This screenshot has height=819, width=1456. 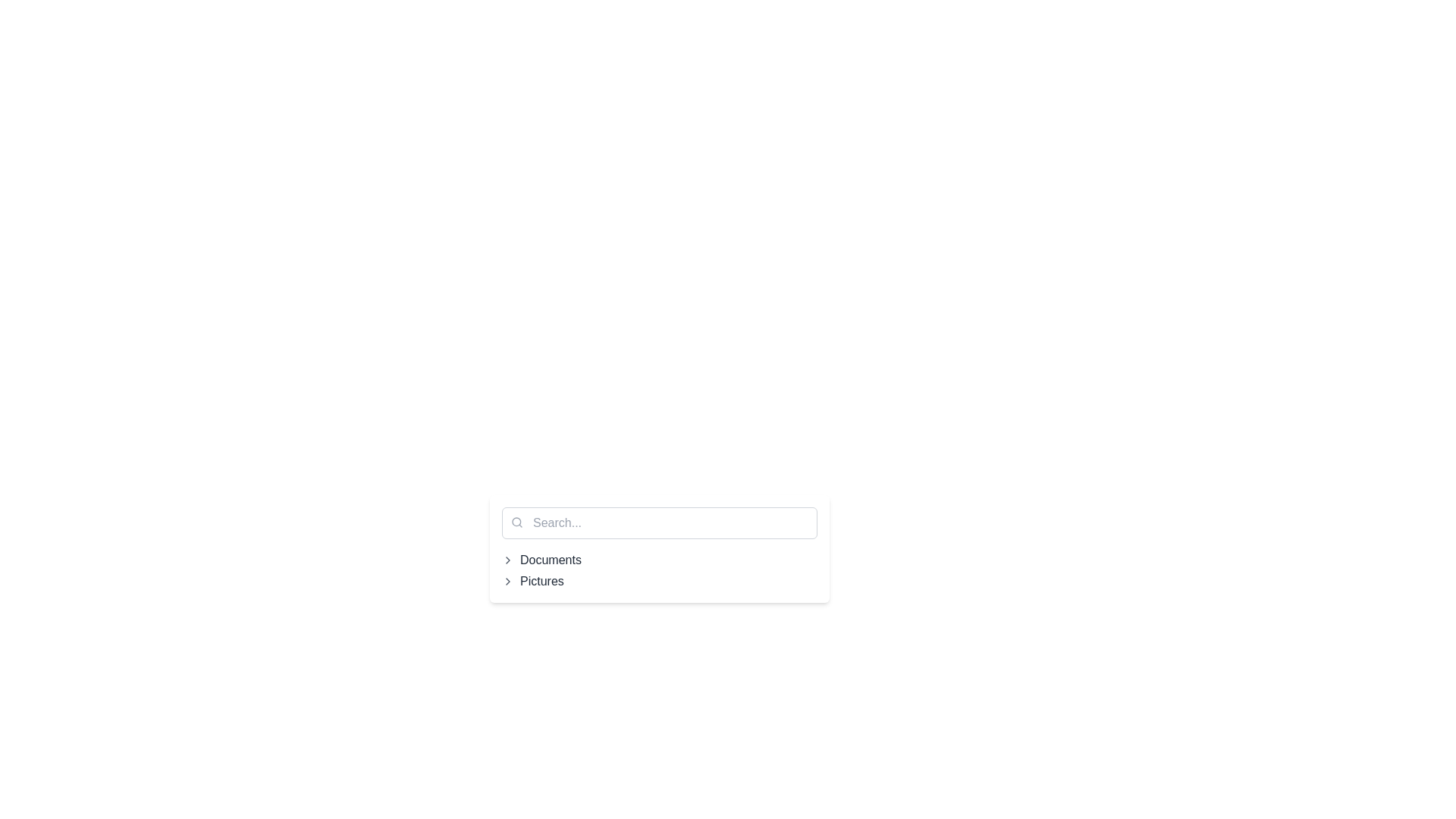 What do you see at coordinates (516, 522) in the screenshot?
I see `magnifying glass icon used for search functionality, located inside the text input box towards the left side` at bounding box center [516, 522].